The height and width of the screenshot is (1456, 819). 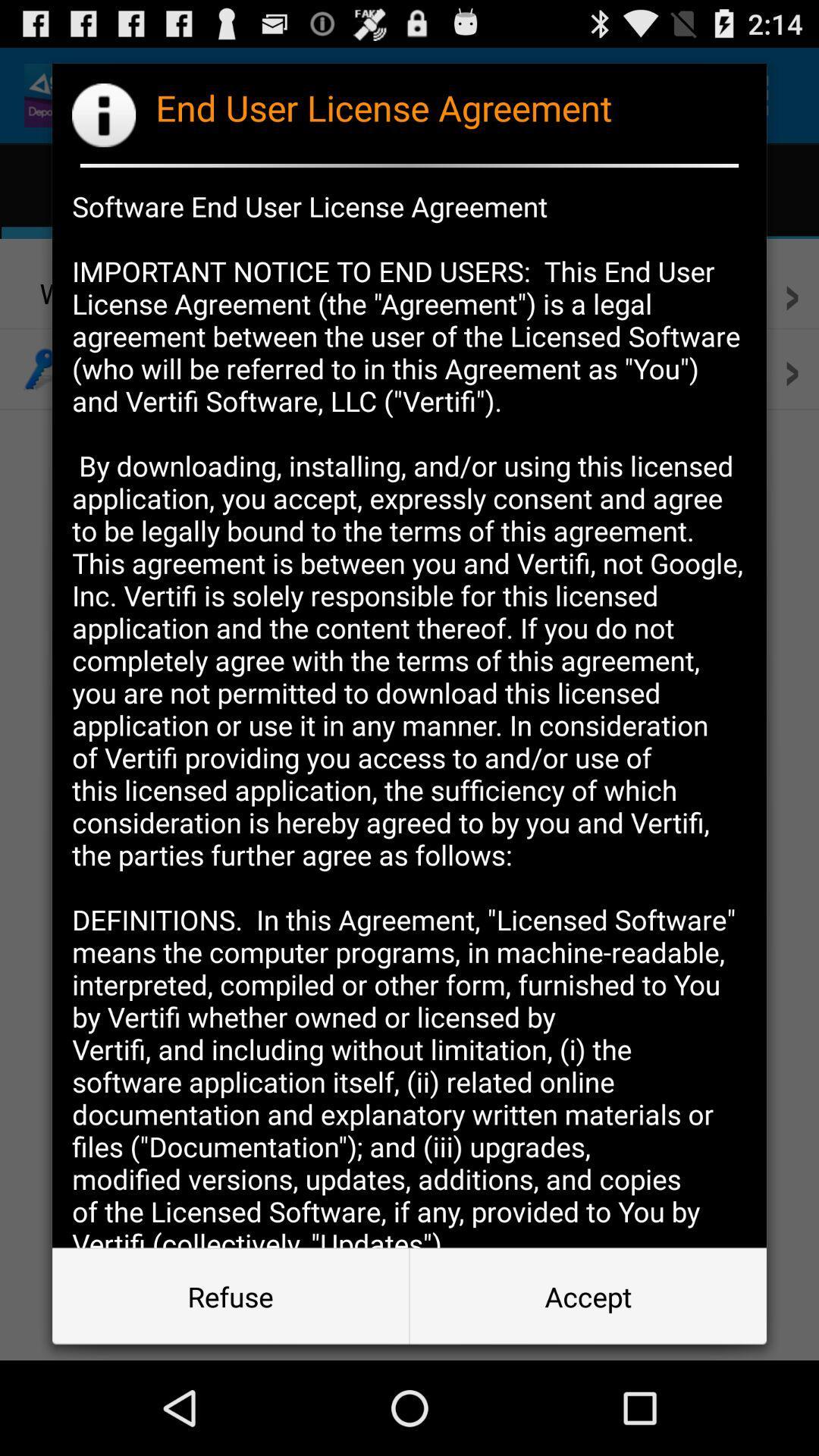 What do you see at coordinates (587, 1295) in the screenshot?
I see `the accept at the bottom right corner` at bounding box center [587, 1295].